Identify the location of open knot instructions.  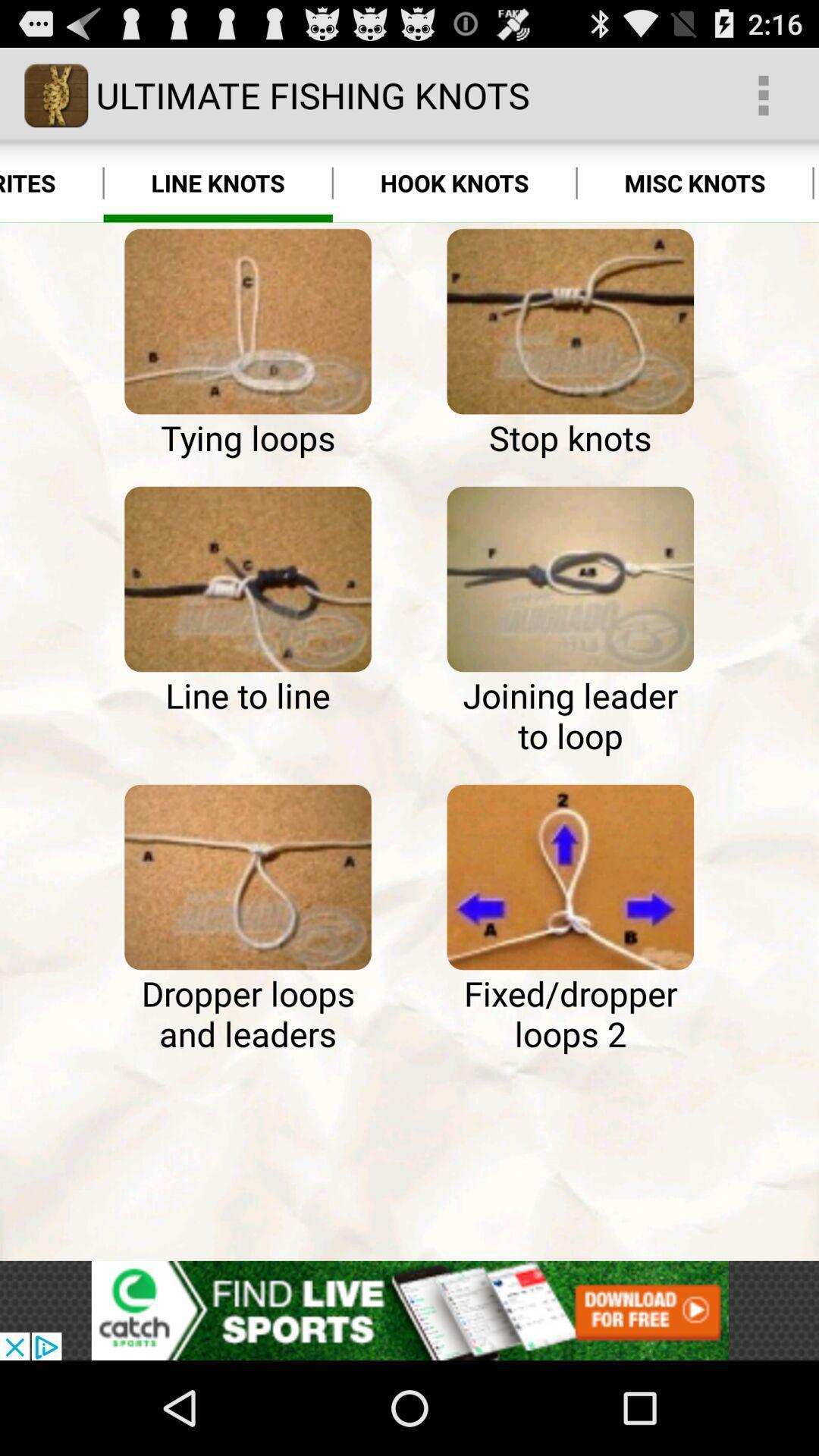
(570, 877).